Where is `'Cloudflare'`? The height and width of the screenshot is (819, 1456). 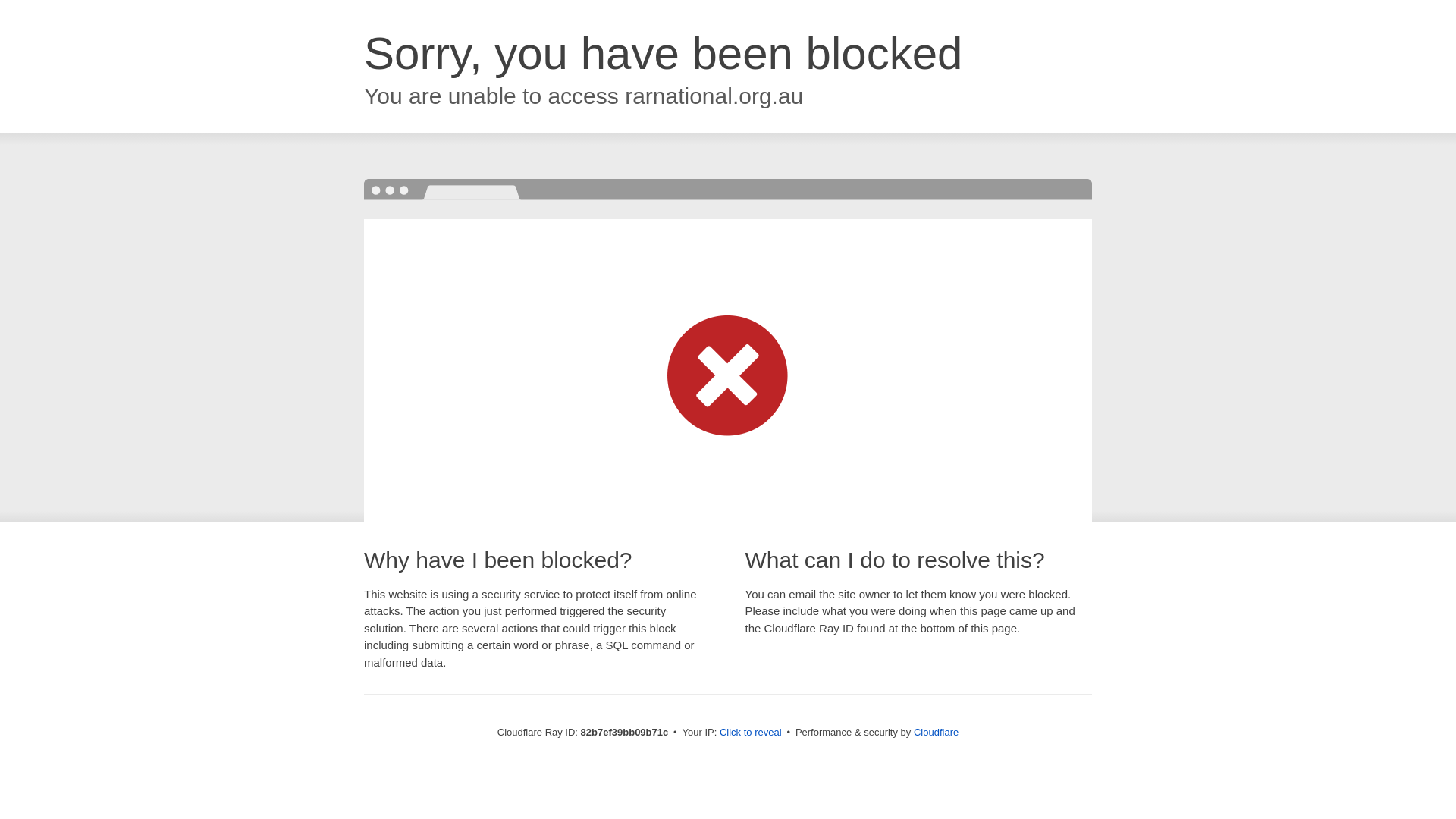
'Cloudflare' is located at coordinates (935, 731).